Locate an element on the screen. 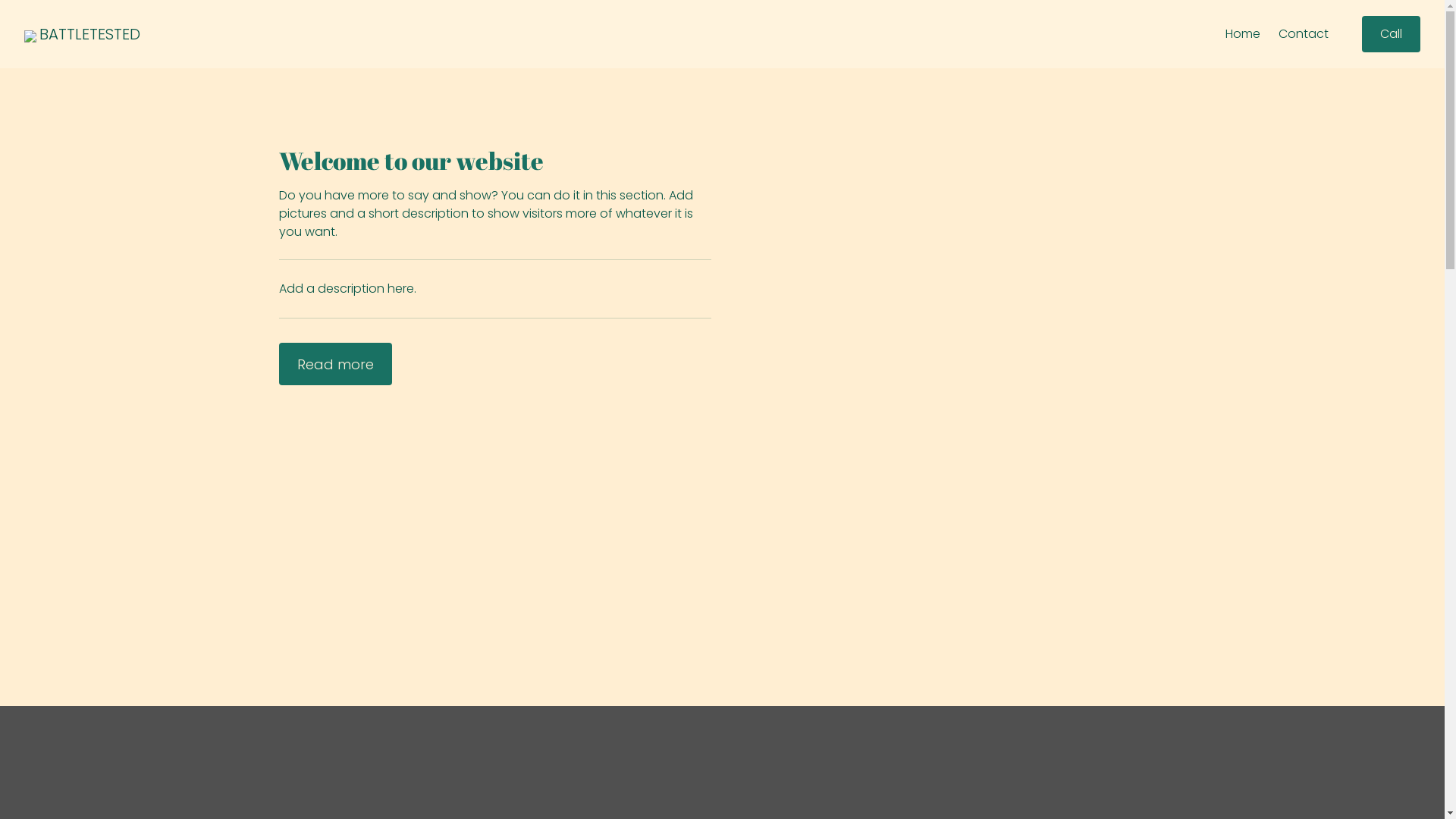 This screenshot has width=1456, height=819. 'BATTLETESTED' is located at coordinates (89, 34).